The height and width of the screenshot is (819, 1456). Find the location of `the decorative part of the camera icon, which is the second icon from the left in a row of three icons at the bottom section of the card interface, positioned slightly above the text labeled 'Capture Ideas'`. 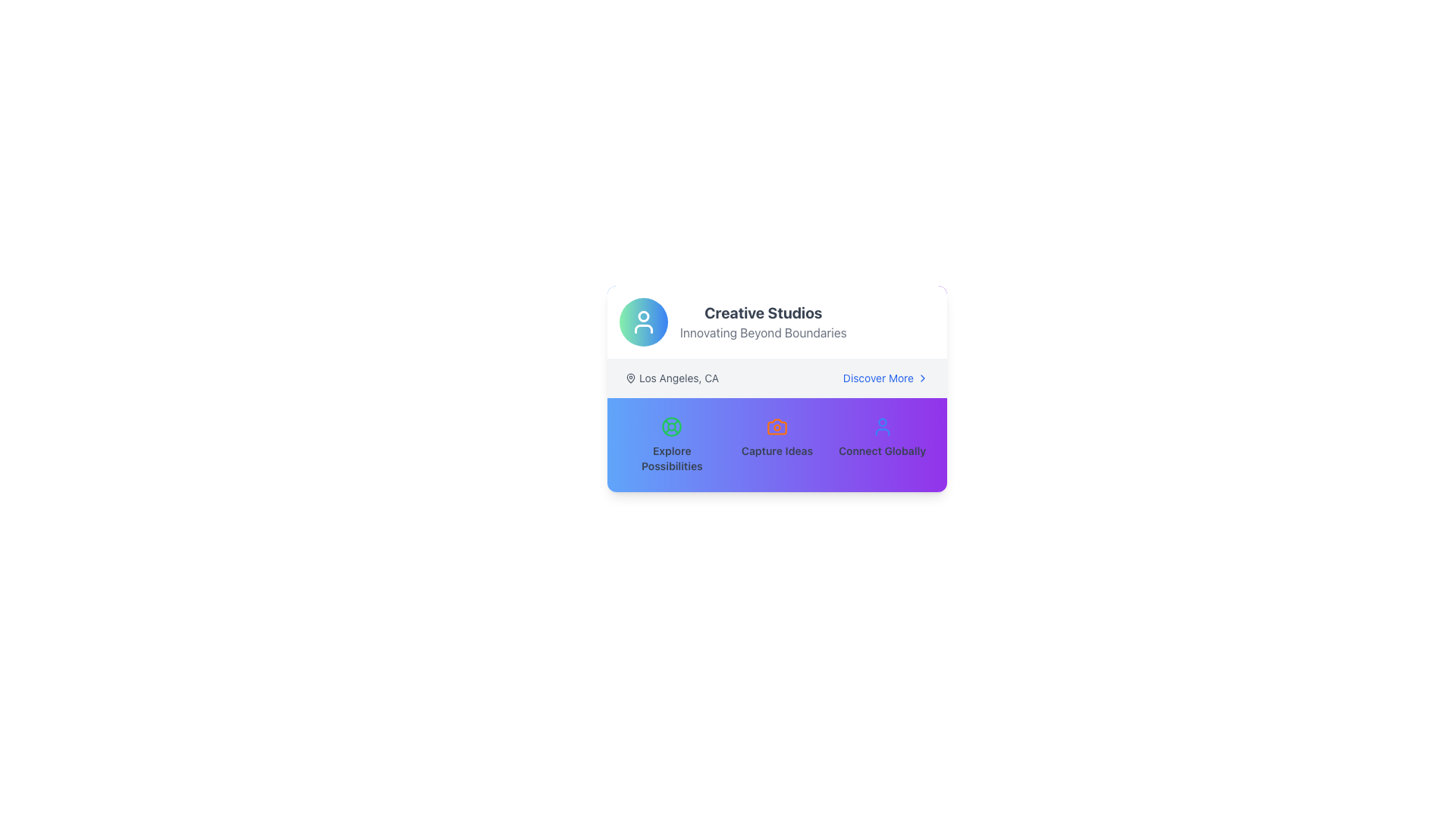

the decorative part of the camera icon, which is the second icon from the left in a row of three icons at the bottom section of the card interface, positioned slightly above the text labeled 'Capture Ideas' is located at coordinates (777, 427).